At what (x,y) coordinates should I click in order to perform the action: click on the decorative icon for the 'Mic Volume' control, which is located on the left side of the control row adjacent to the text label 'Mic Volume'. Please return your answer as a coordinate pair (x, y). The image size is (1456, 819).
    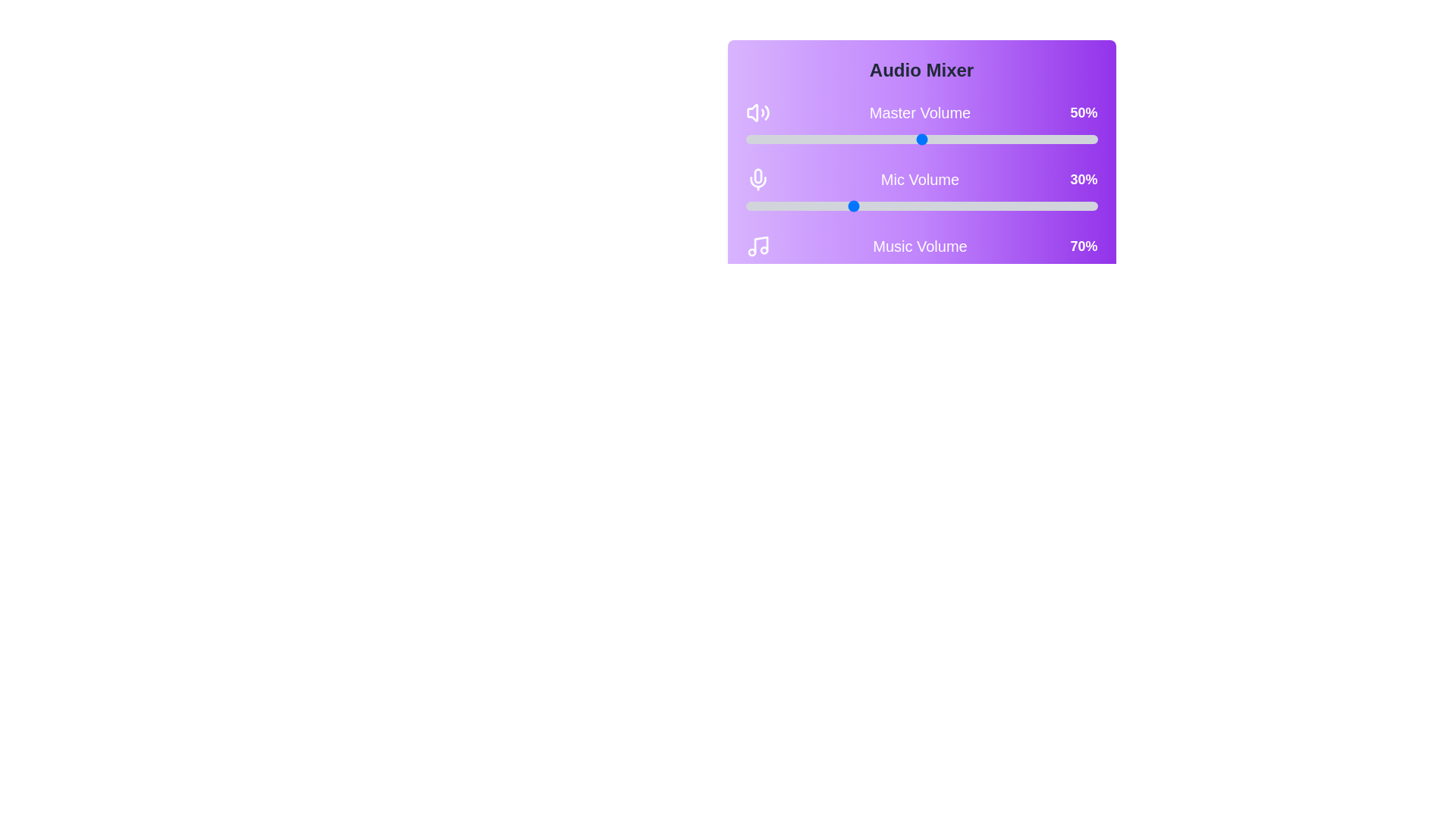
    Looking at the image, I should click on (758, 178).